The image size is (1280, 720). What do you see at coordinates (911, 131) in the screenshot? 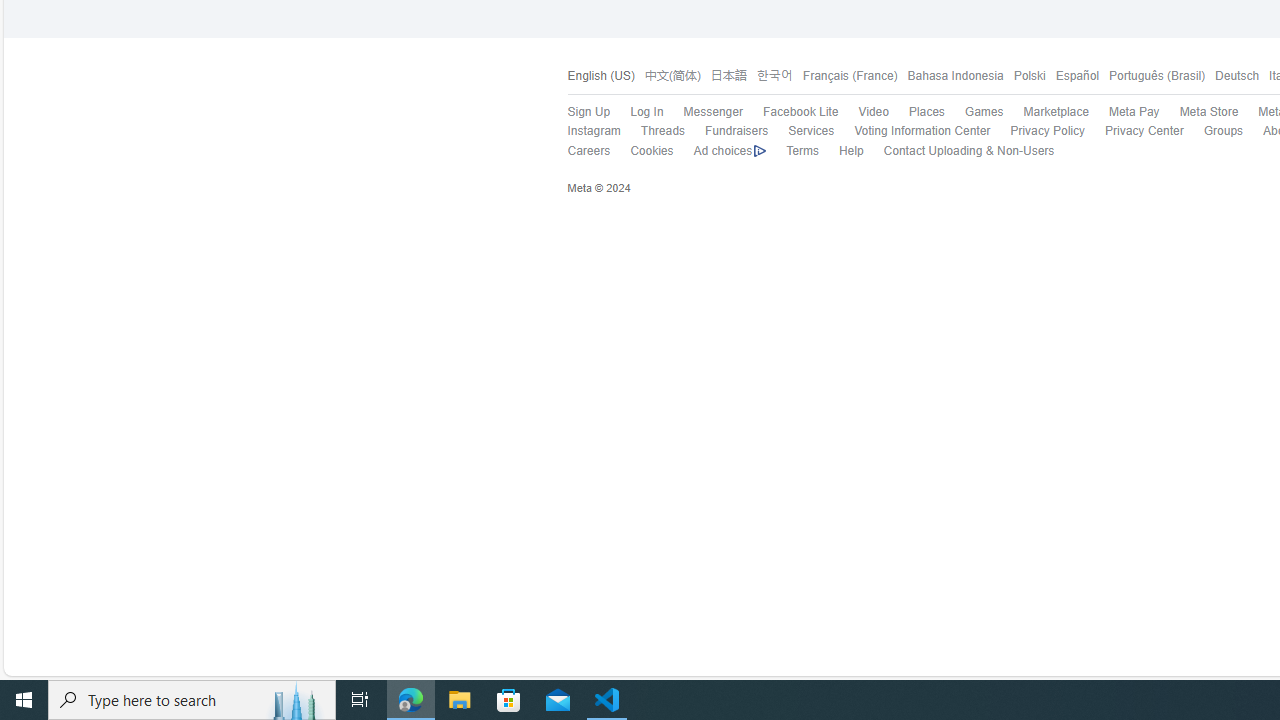
I see `'Voting Information Center'` at bounding box center [911, 131].